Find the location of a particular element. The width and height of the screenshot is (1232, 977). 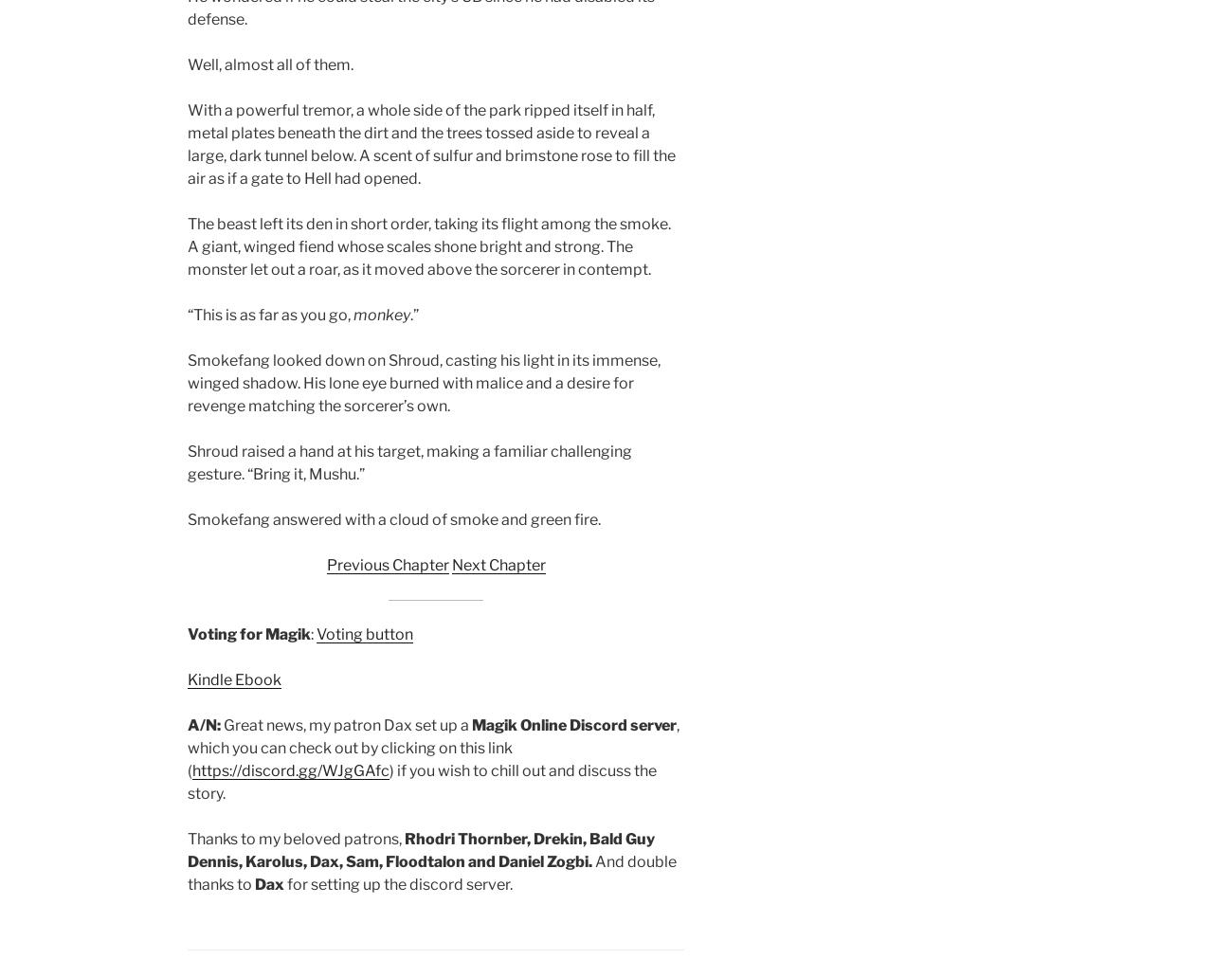

'Voting for Magik' is located at coordinates (247, 634).